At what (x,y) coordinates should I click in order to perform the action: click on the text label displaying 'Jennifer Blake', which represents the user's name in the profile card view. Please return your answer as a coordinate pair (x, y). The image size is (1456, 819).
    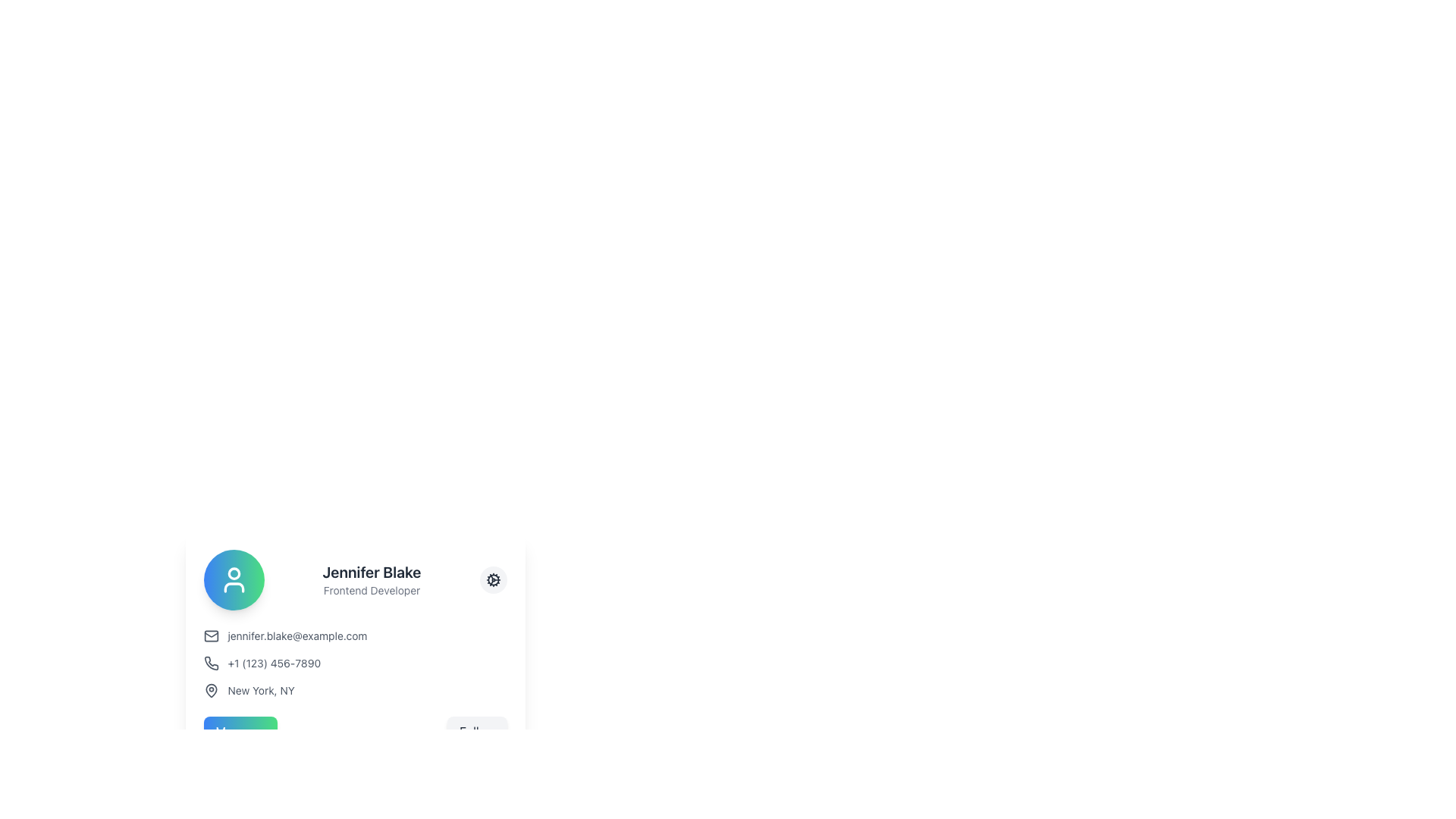
    Looking at the image, I should click on (372, 573).